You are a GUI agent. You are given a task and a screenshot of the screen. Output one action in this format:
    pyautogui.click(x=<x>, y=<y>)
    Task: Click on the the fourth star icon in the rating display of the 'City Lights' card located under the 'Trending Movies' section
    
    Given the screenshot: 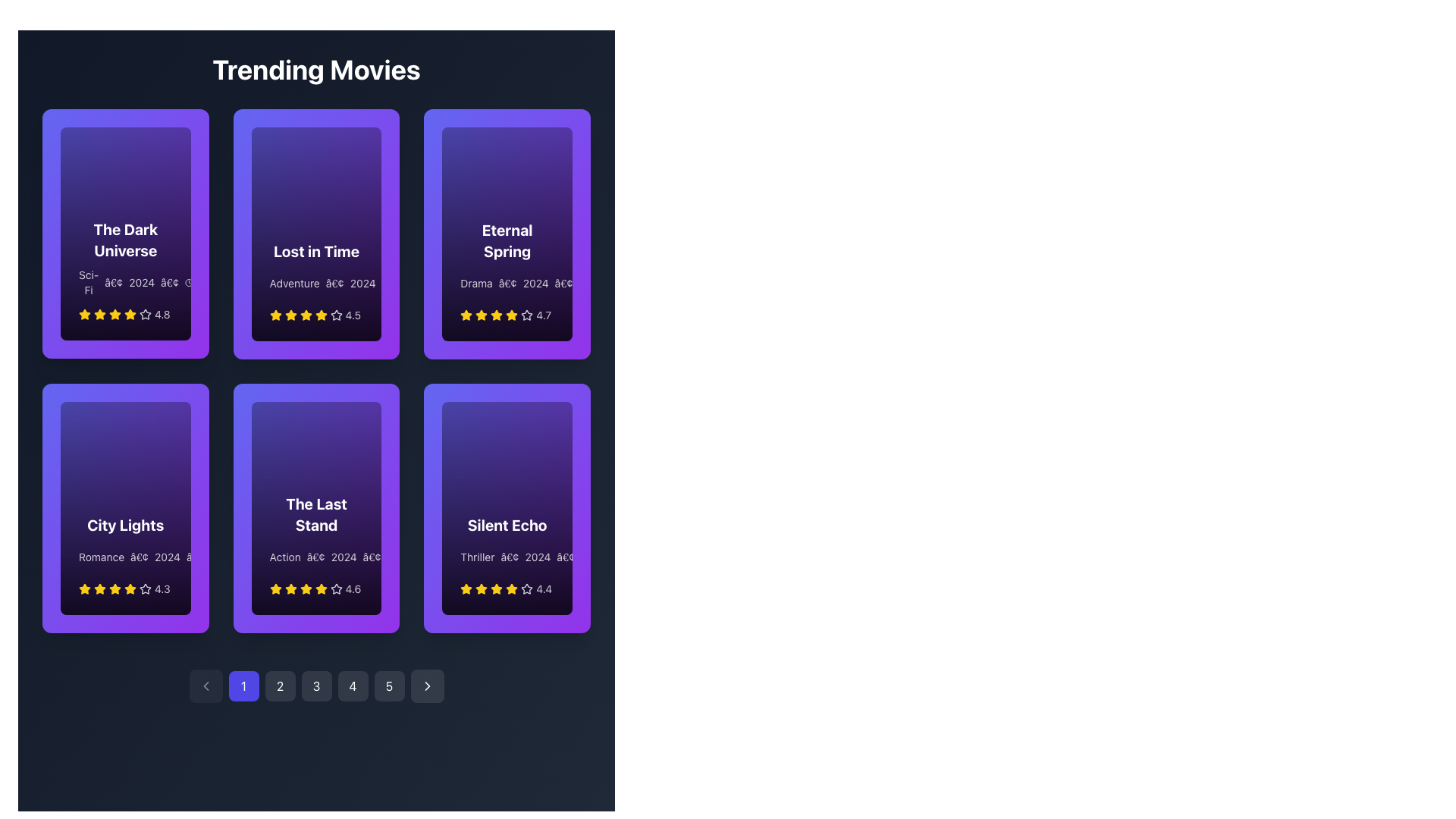 What is the action you would take?
    pyautogui.click(x=146, y=588)
    